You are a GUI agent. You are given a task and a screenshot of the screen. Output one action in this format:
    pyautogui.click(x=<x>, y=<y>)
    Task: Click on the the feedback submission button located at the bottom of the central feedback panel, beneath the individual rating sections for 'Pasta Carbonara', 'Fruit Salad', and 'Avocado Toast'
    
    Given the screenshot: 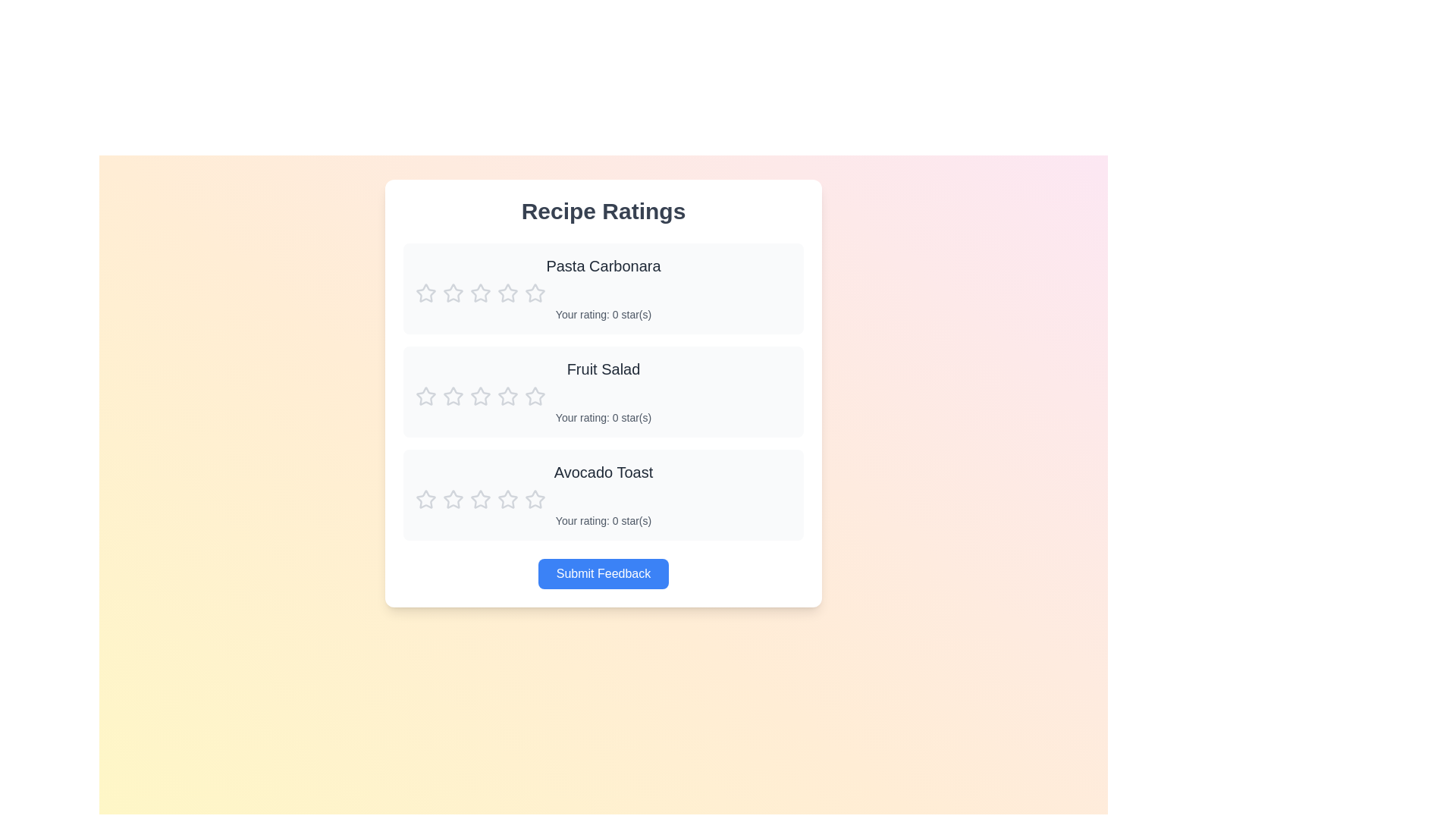 What is the action you would take?
    pyautogui.click(x=603, y=573)
    